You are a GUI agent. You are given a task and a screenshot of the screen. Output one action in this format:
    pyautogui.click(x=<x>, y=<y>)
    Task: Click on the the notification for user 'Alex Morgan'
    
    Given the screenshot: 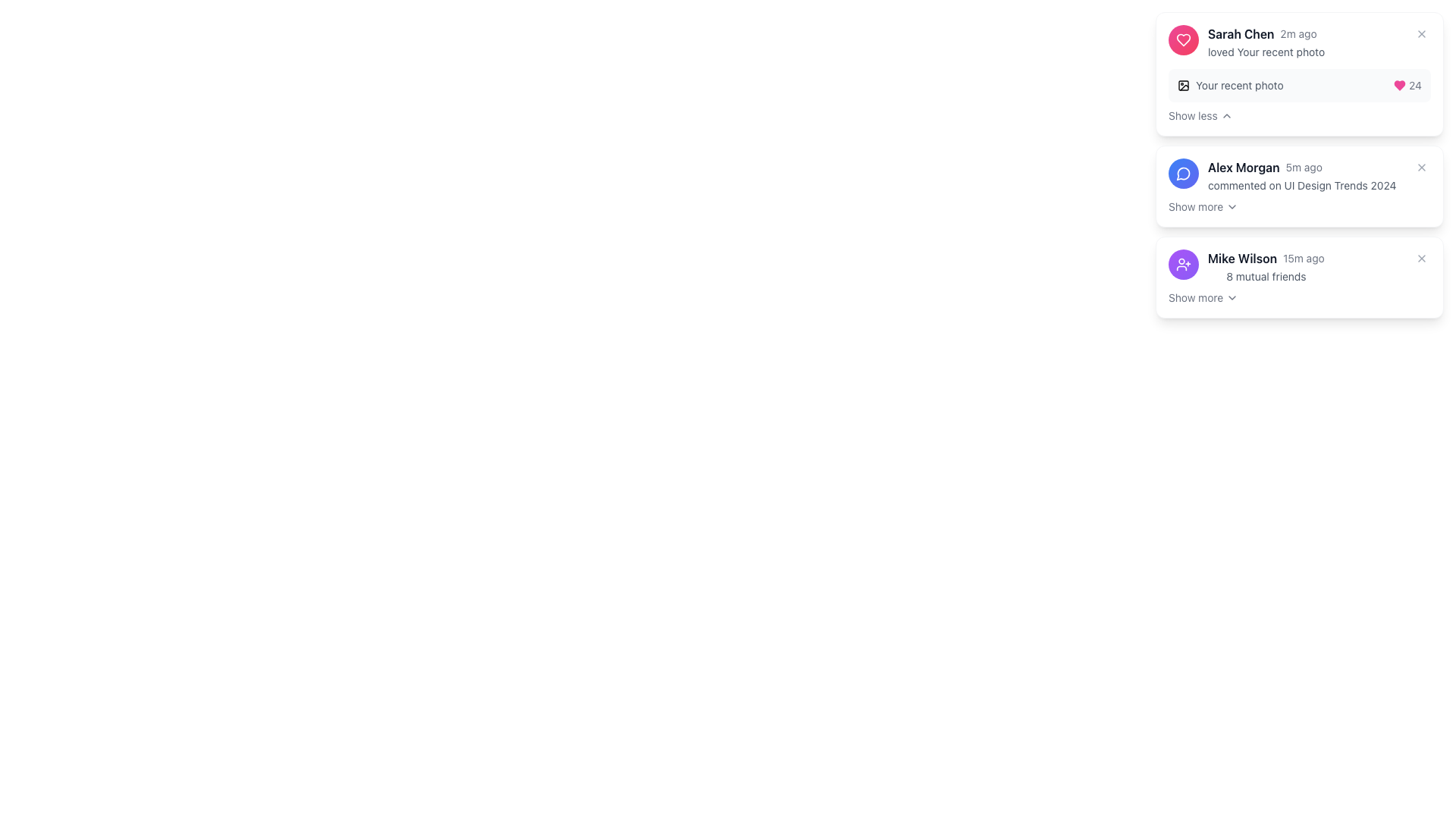 What is the action you would take?
    pyautogui.click(x=1282, y=174)
    